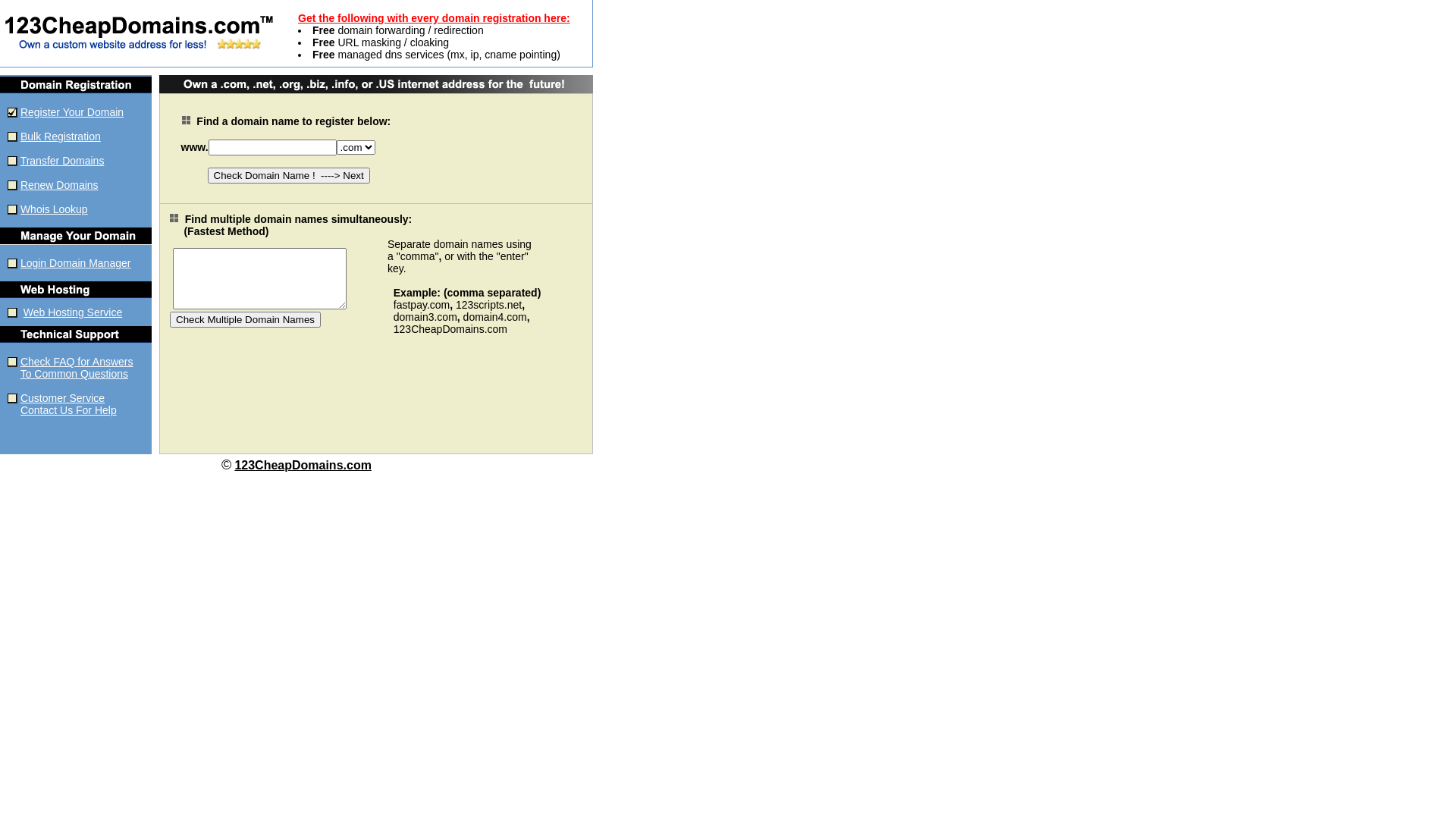 The width and height of the screenshot is (1456, 819). What do you see at coordinates (75, 262) in the screenshot?
I see `'Login Domain Manager'` at bounding box center [75, 262].